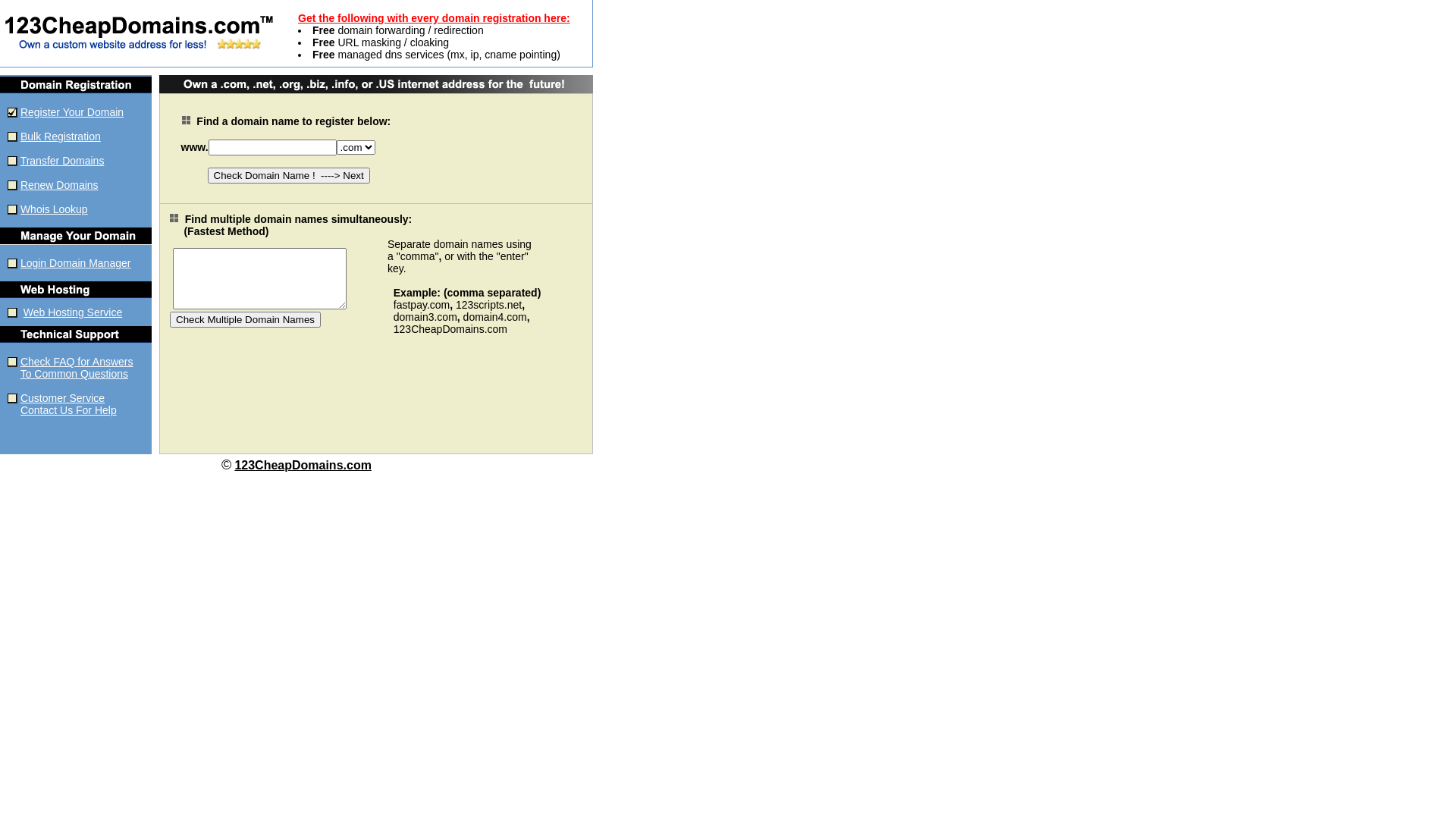 The width and height of the screenshot is (1456, 819). What do you see at coordinates (75, 262) in the screenshot?
I see `'Login Domain Manager'` at bounding box center [75, 262].